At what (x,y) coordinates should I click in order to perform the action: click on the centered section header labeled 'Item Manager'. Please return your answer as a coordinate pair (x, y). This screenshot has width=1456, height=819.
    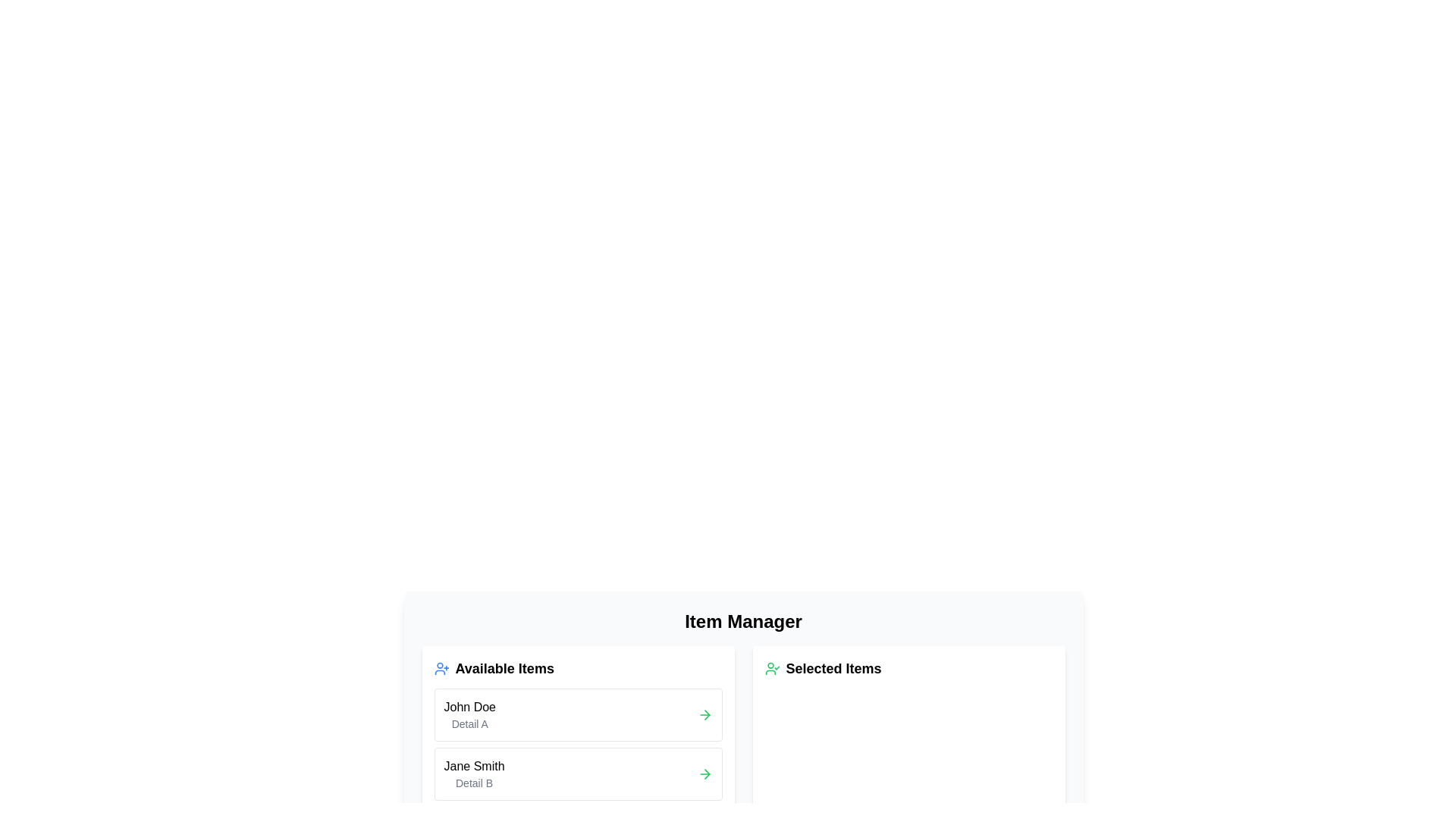
    Looking at the image, I should click on (743, 622).